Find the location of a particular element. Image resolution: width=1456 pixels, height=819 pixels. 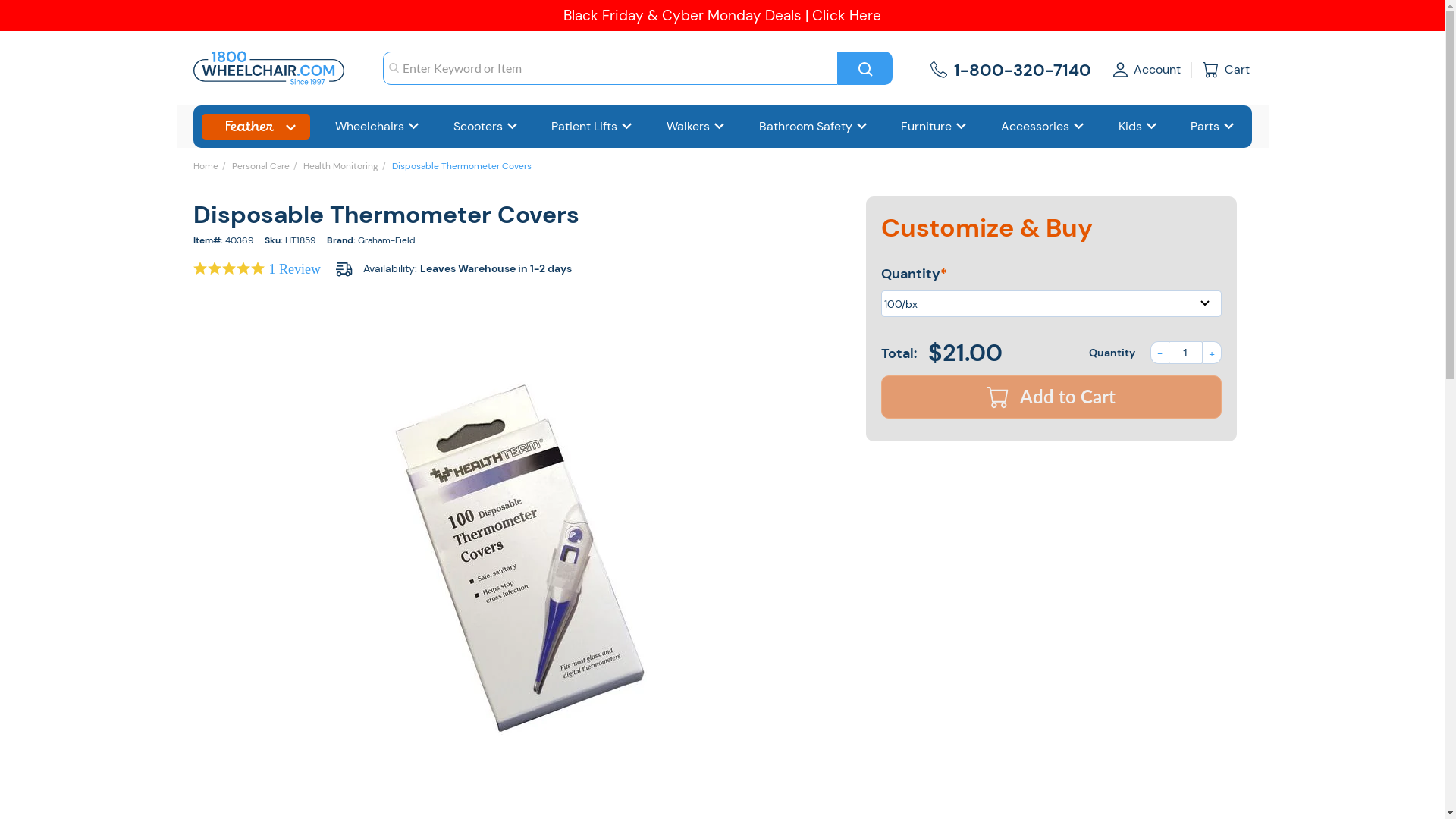

'Search' is located at coordinates (864, 67).